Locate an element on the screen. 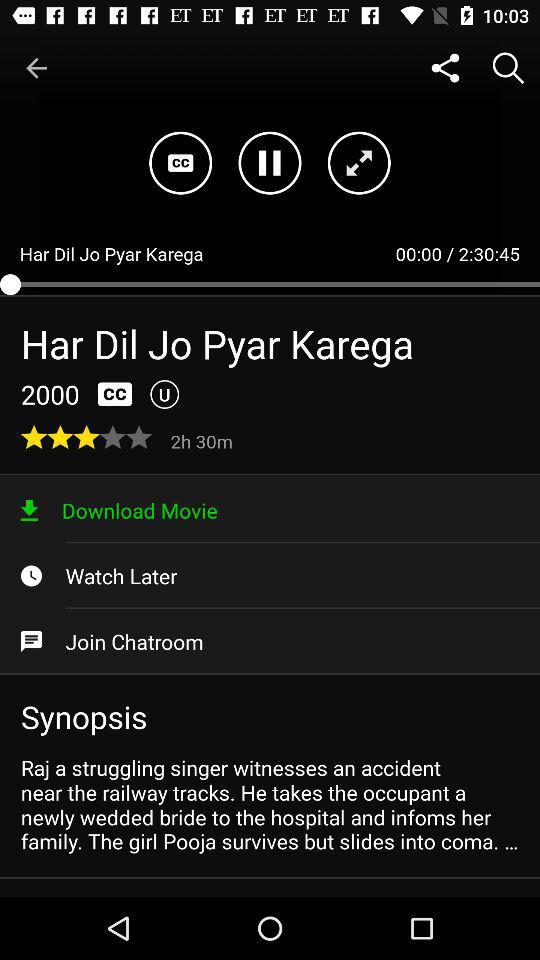 The height and width of the screenshot is (960, 540). the item above the synopsis item is located at coordinates (270, 640).